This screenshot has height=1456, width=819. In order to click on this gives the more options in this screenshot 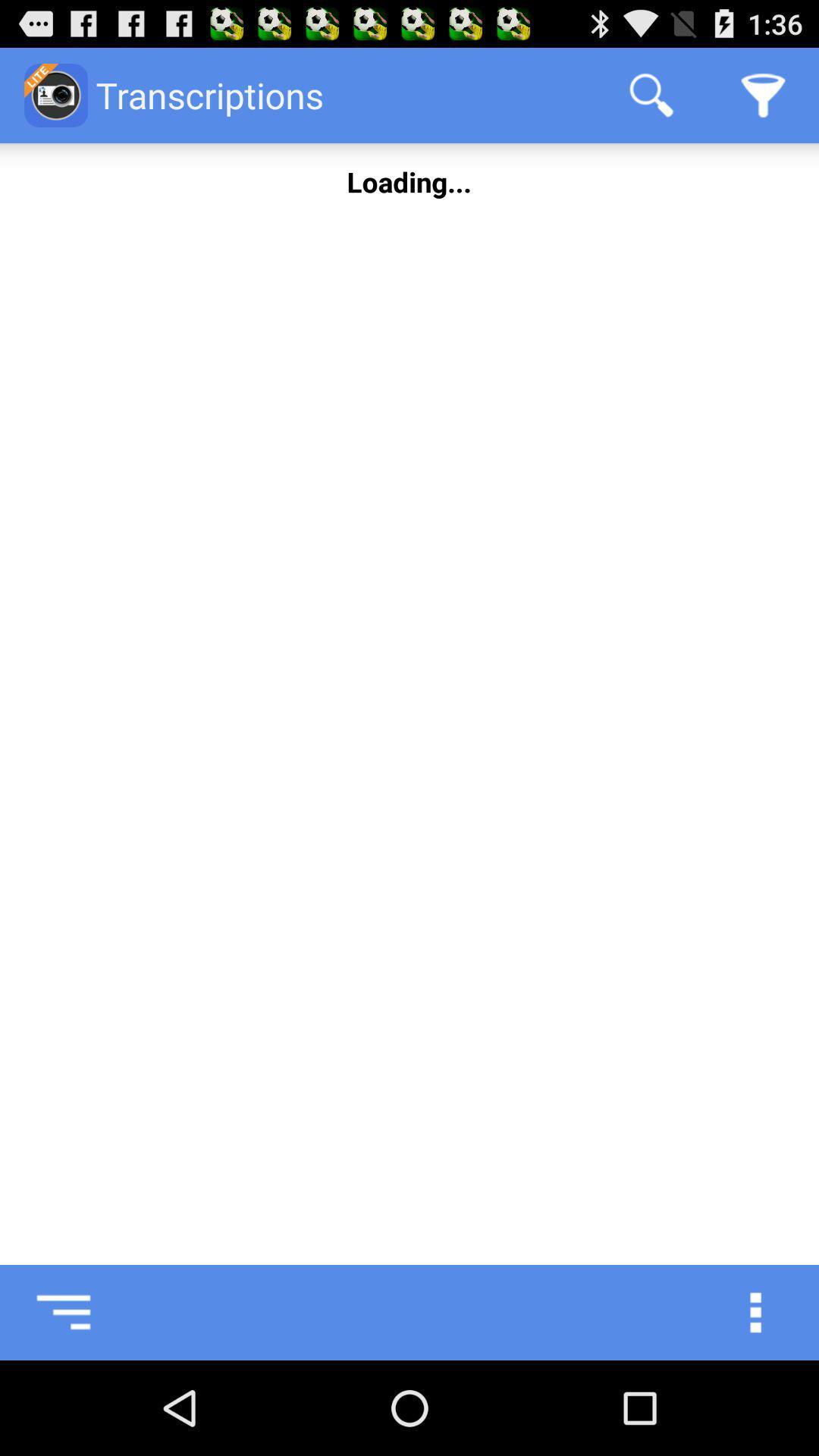, I will do `click(771, 1312)`.